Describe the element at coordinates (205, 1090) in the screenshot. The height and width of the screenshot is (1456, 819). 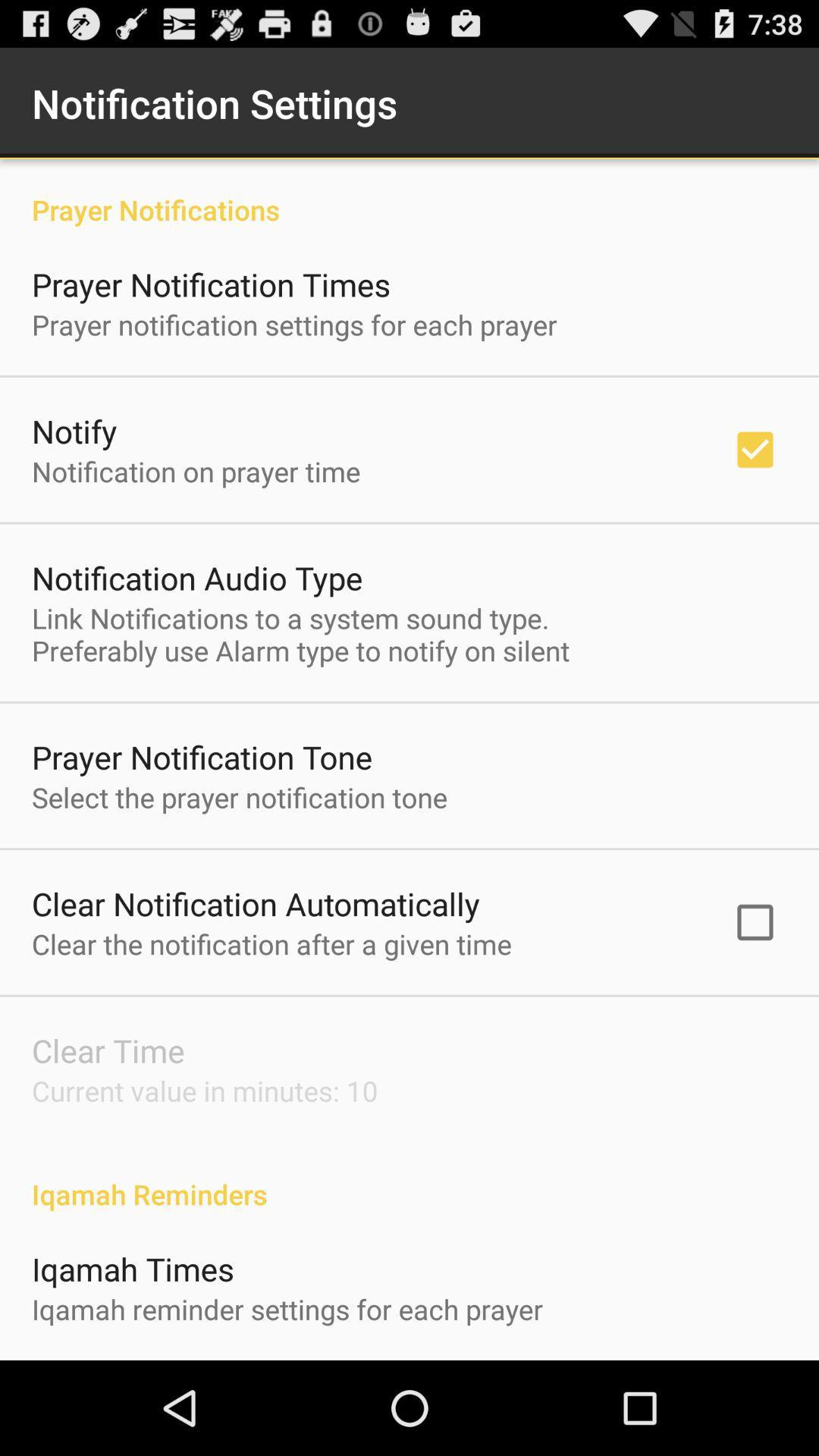
I see `current value in app` at that location.